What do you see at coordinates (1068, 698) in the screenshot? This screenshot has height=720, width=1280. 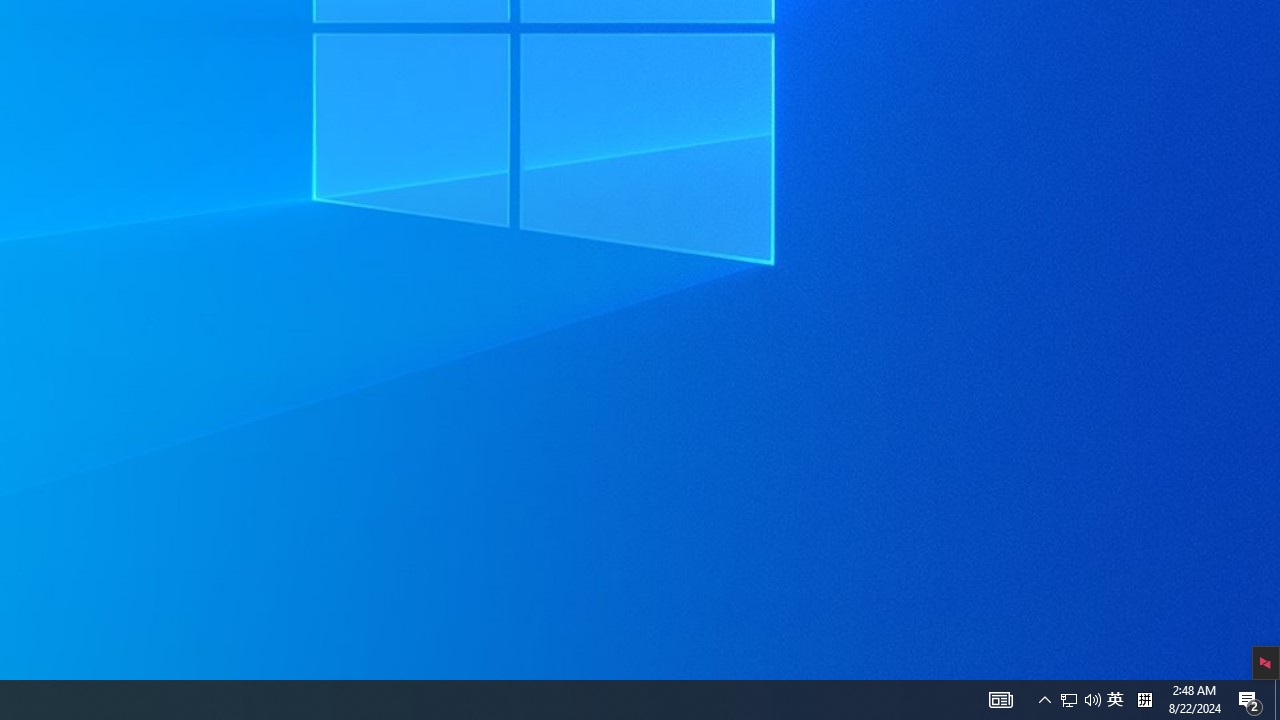 I see `'User Promoted Notification Area'` at bounding box center [1068, 698].